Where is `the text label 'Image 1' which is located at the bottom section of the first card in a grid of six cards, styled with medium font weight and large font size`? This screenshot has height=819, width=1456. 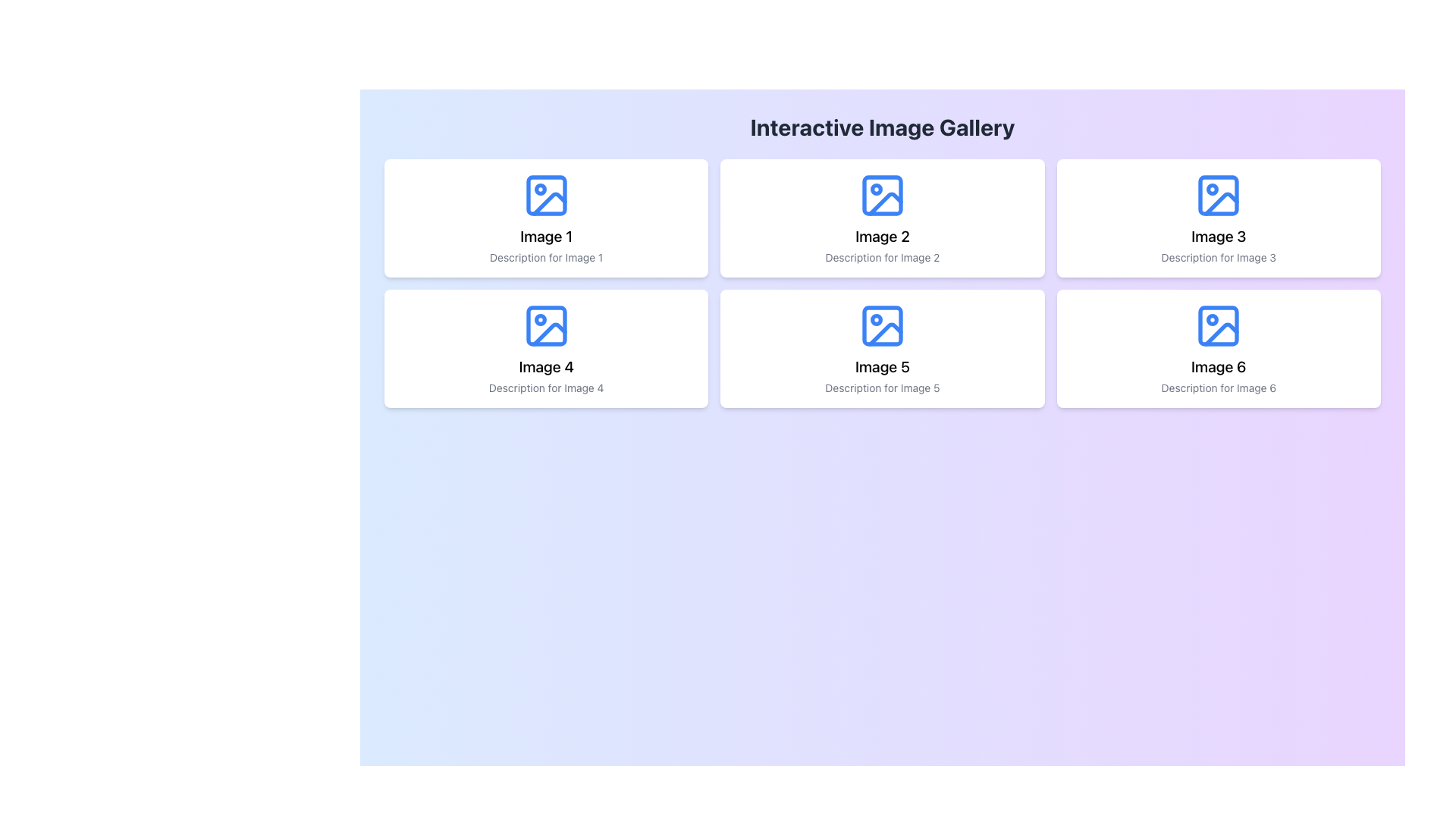
the text label 'Image 1' which is located at the bottom section of the first card in a grid of six cards, styled with medium font weight and large font size is located at coordinates (546, 237).